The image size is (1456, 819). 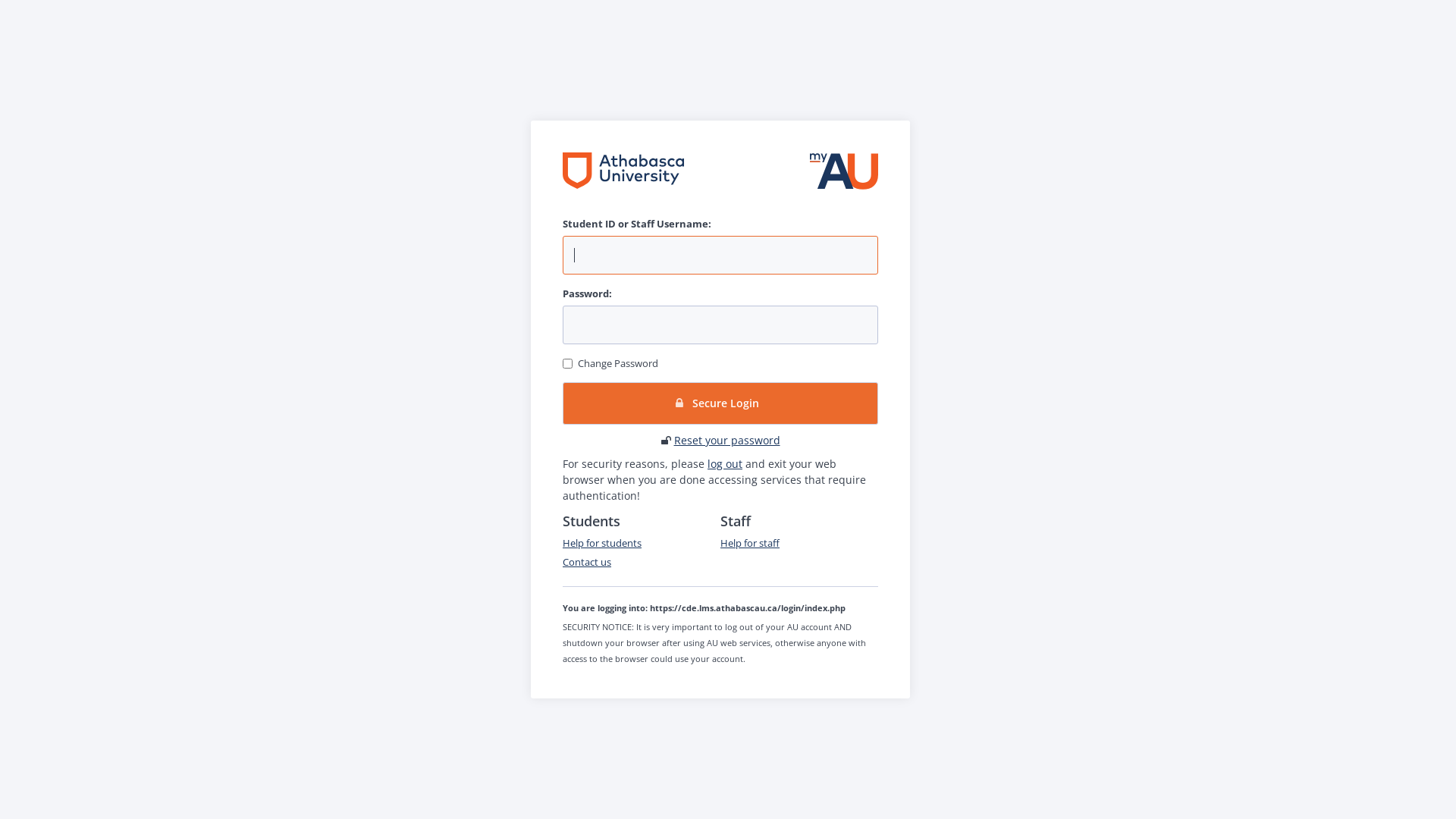 What do you see at coordinates (726, 440) in the screenshot?
I see `'Reset your password'` at bounding box center [726, 440].